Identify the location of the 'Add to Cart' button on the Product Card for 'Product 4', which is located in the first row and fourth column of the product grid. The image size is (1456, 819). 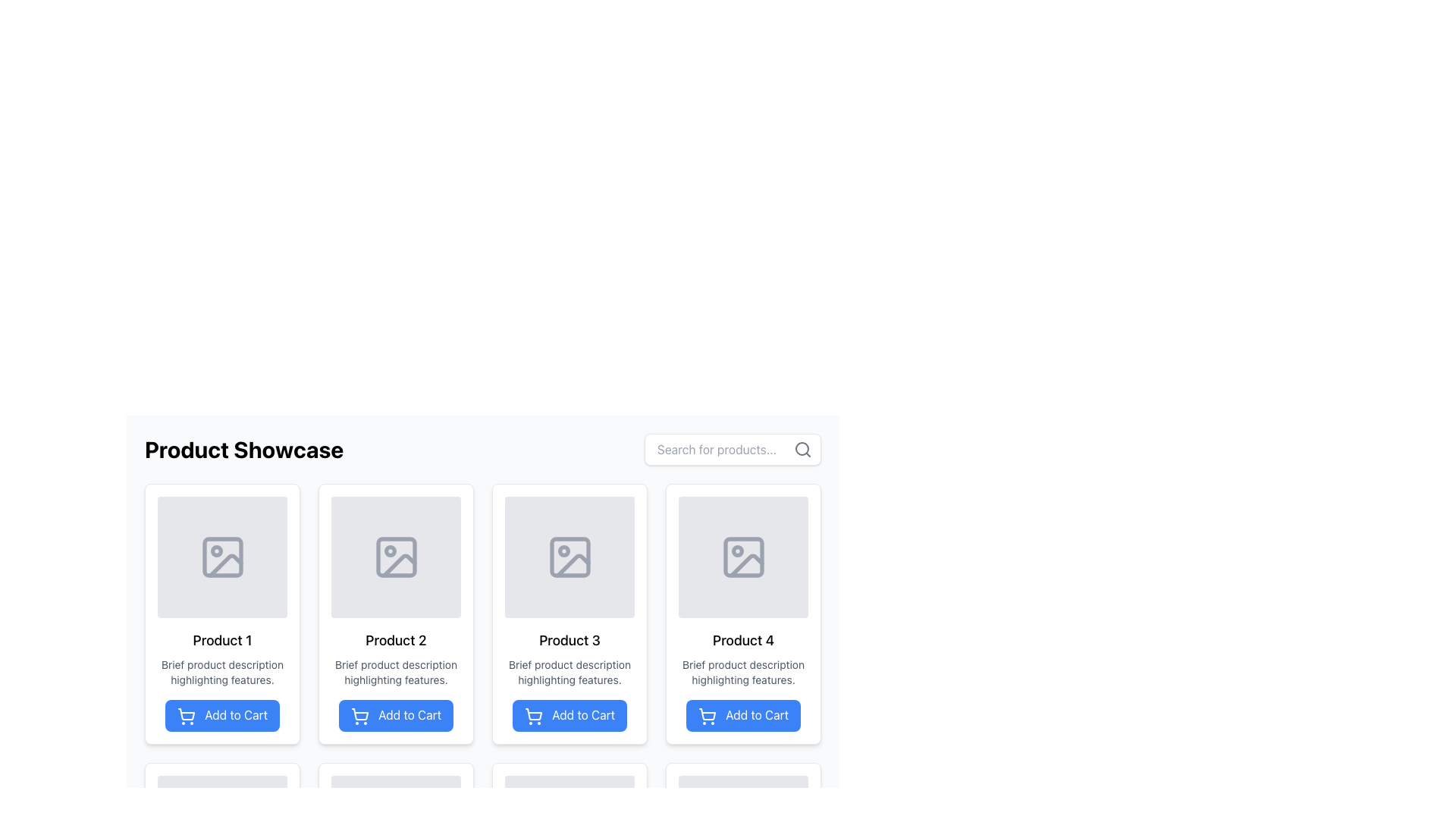
(743, 613).